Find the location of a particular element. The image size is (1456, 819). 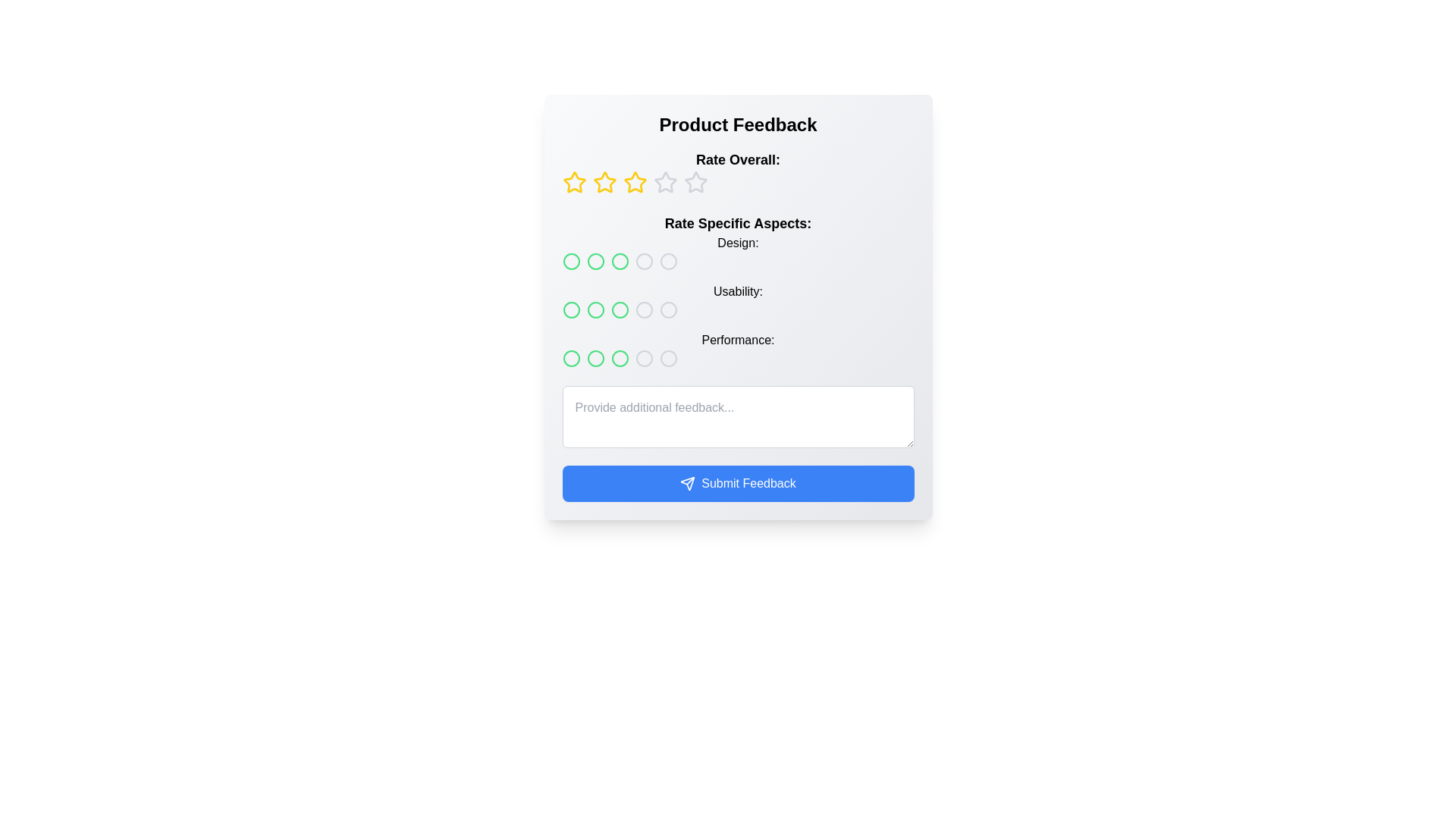

the fourth radio button in the 'Performance' row under 'Rate Specific Aspects' on the feedback form is located at coordinates (620, 359).